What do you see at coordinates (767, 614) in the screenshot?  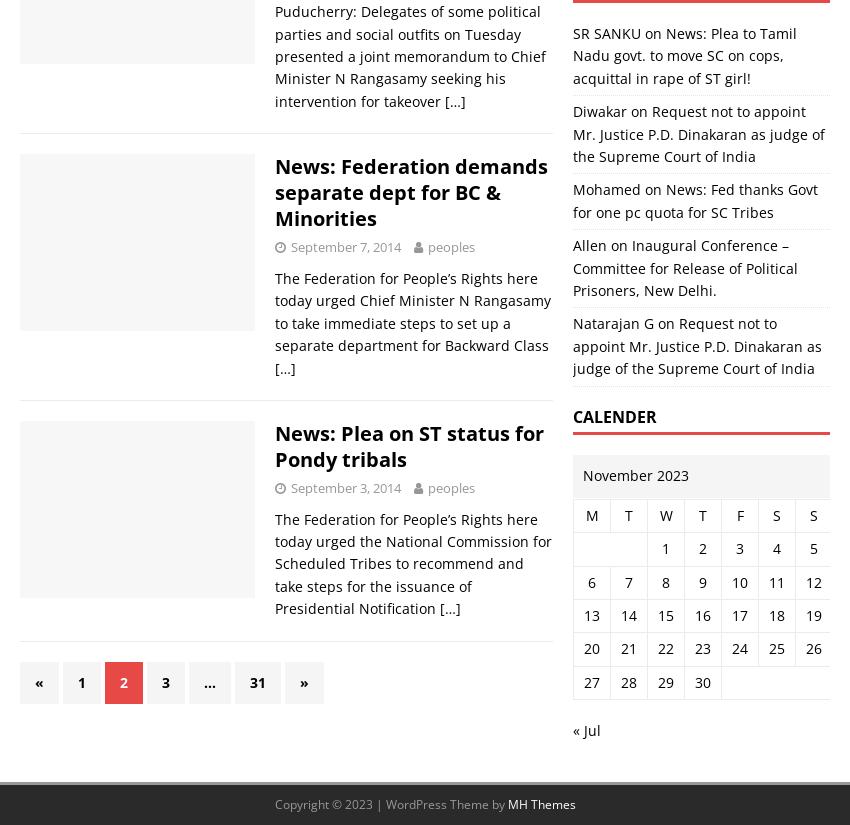 I see `'18'` at bounding box center [767, 614].